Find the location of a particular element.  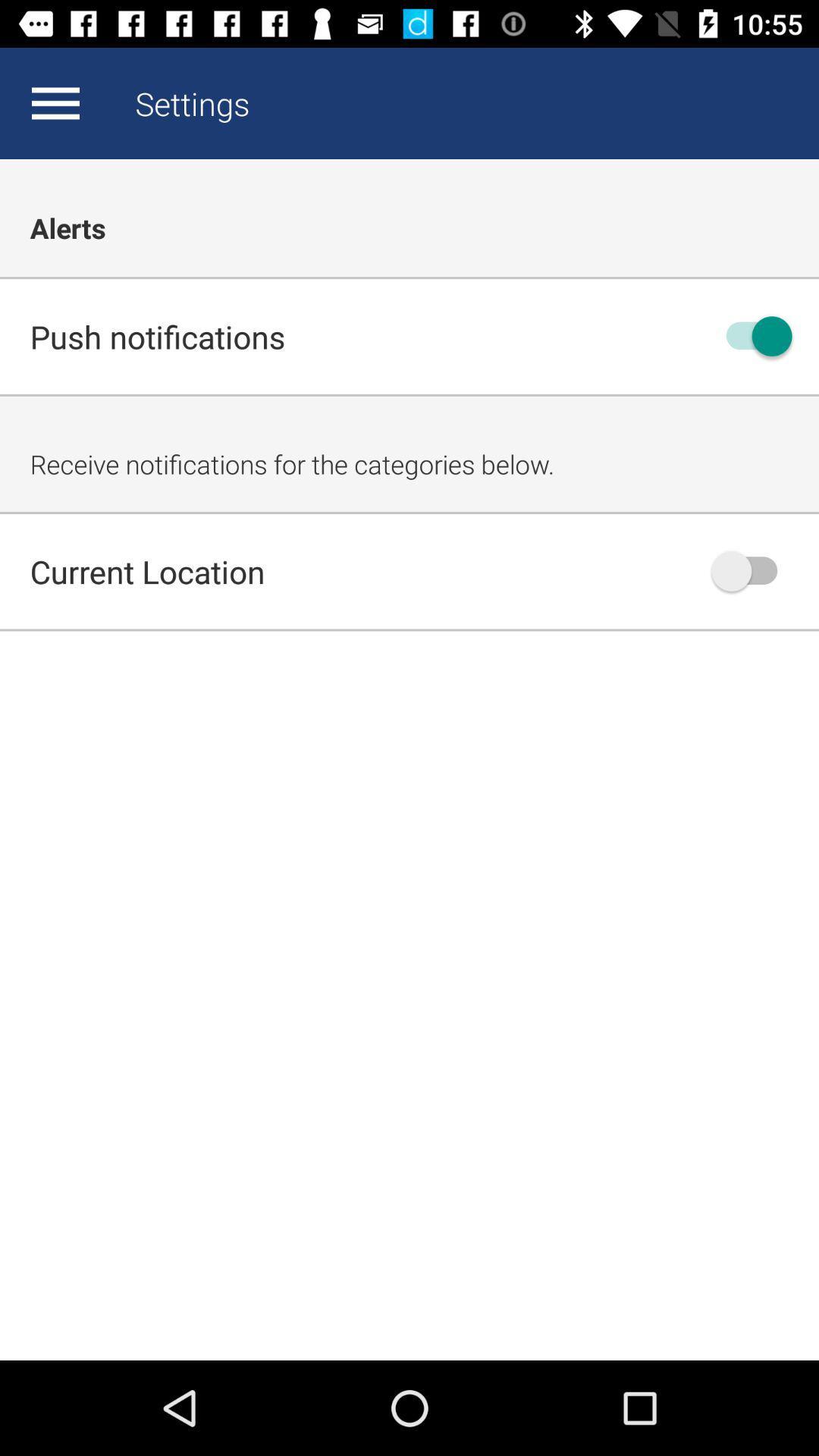

icon at the top left corner is located at coordinates (55, 102).